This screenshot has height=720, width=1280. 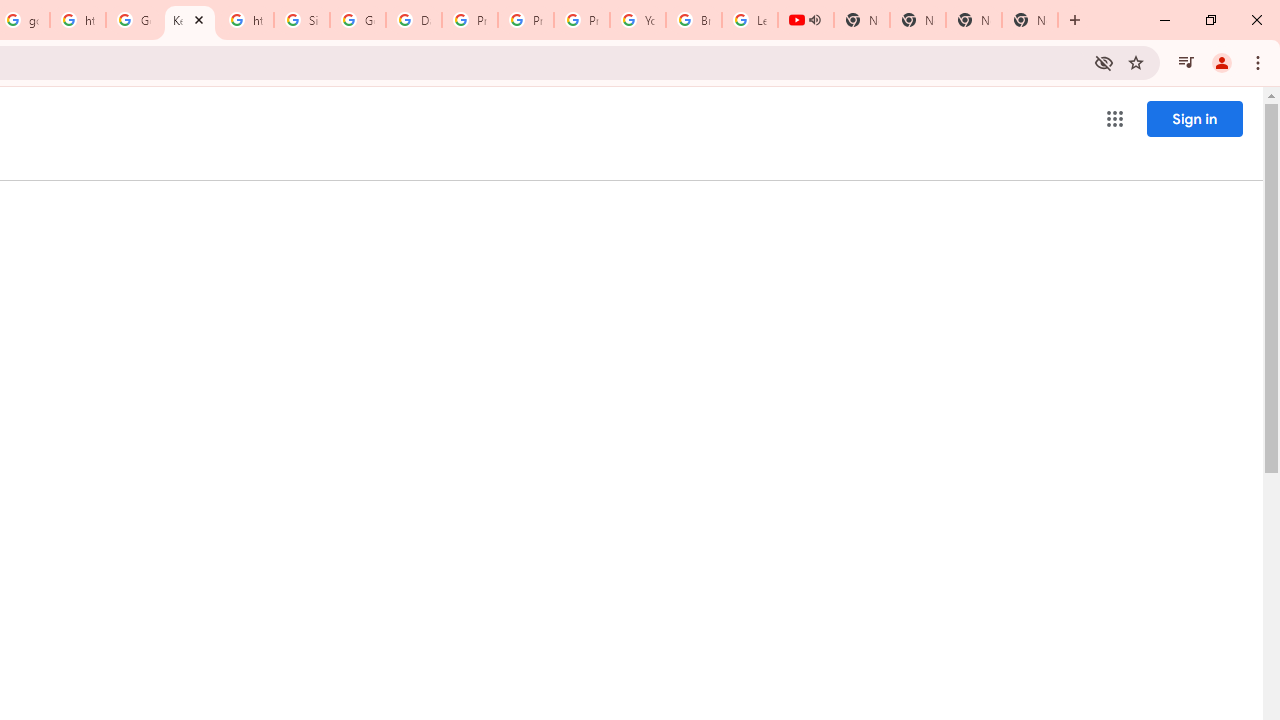 What do you see at coordinates (526, 20) in the screenshot?
I see `'Privacy Help Center - Policies Help'` at bounding box center [526, 20].